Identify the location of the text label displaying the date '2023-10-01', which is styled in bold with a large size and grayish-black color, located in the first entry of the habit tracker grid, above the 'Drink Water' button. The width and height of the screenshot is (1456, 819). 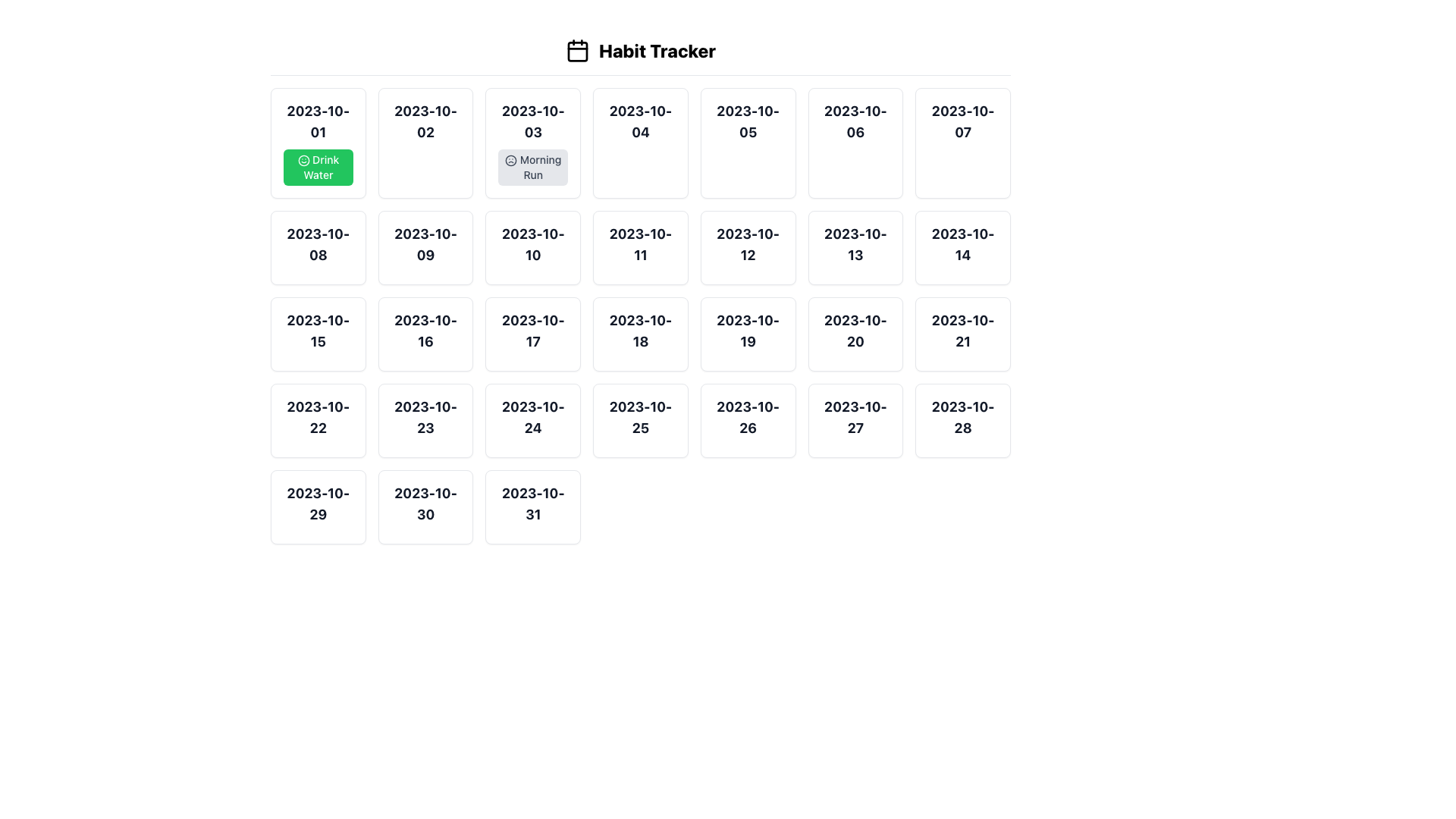
(317, 121).